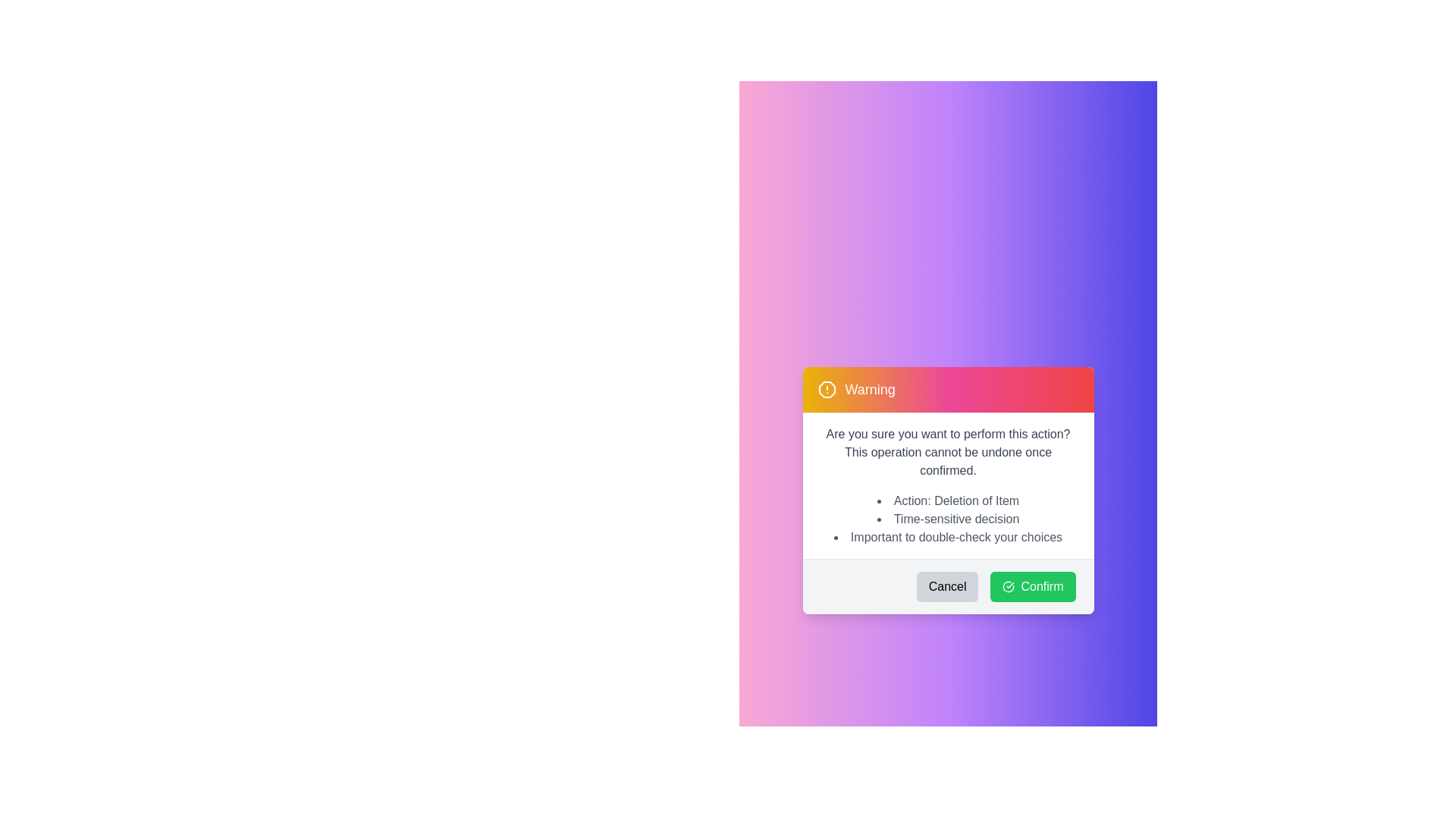 The image size is (1456, 819). I want to click on the yellow outlined octagonal icon with a white exclamation mark located at the top-left corner of the 'Warning' dialog box, so click(826, 388).